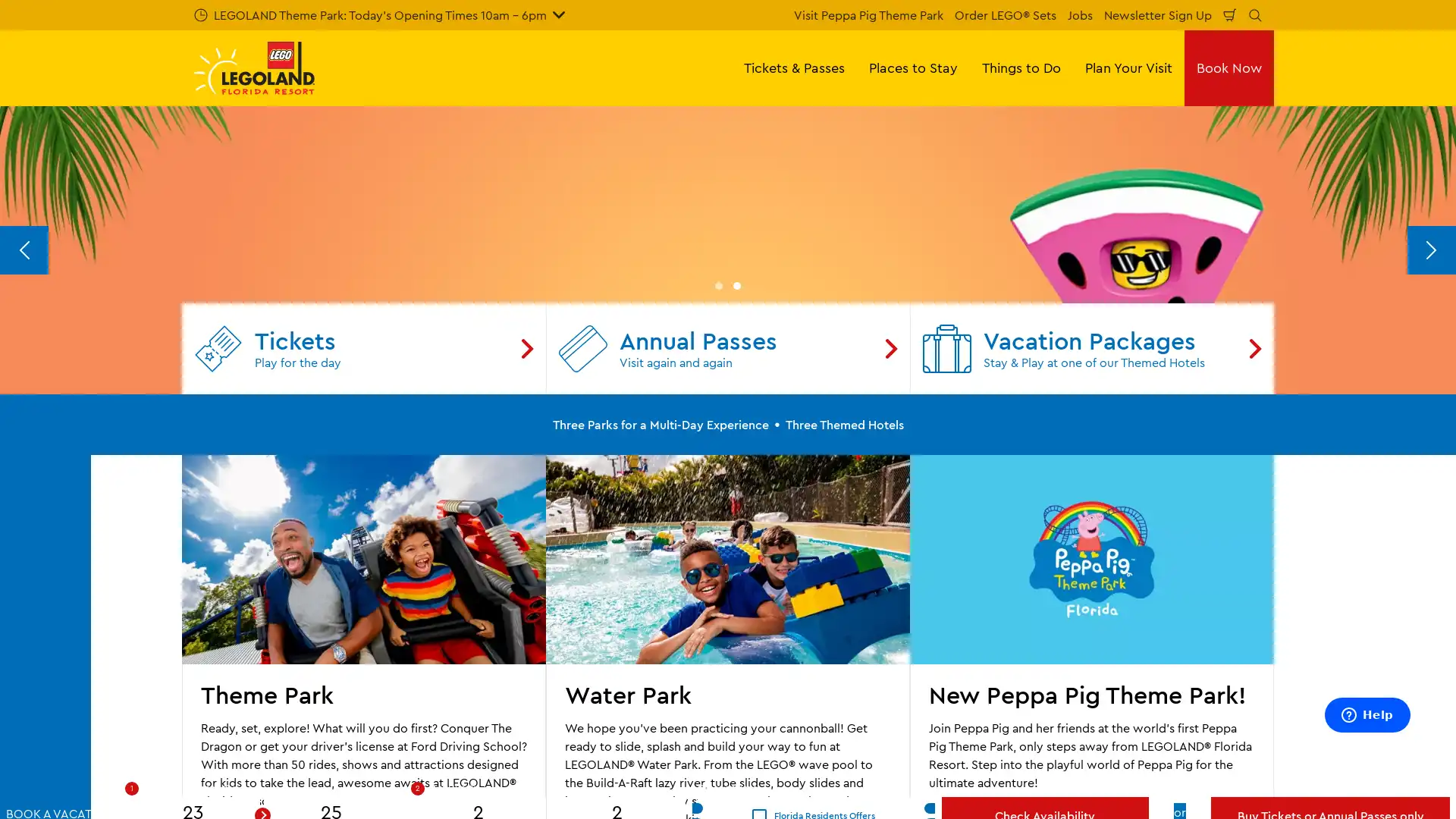 The image size is (1456, 819). What do you see at coordinates (736, 587) in the screenshot?
I see `Go to slide 2` at bounding box center [736, 587].